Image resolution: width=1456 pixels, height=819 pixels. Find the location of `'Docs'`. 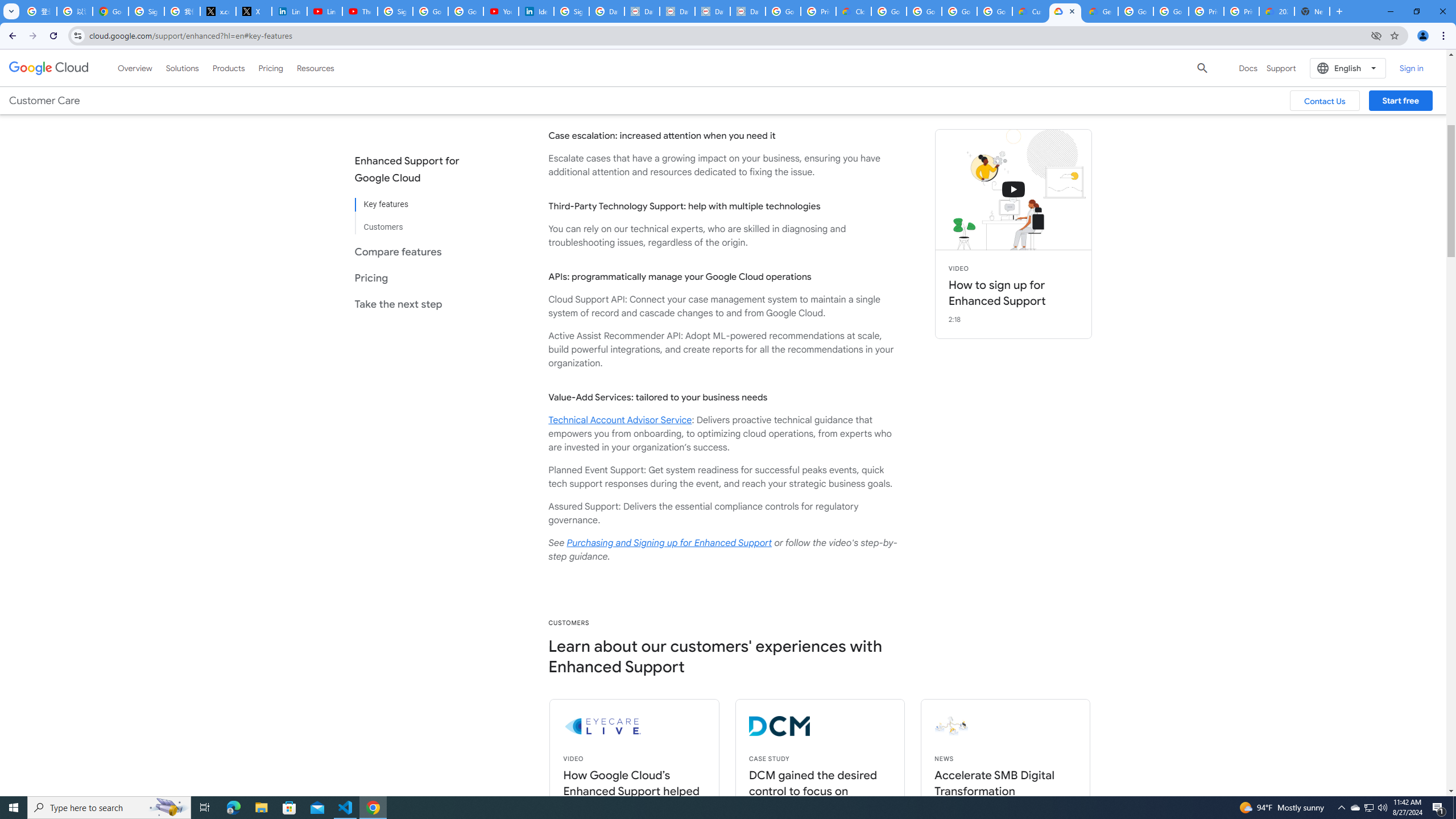

'Docs' is located at coordinates (1248, 67).